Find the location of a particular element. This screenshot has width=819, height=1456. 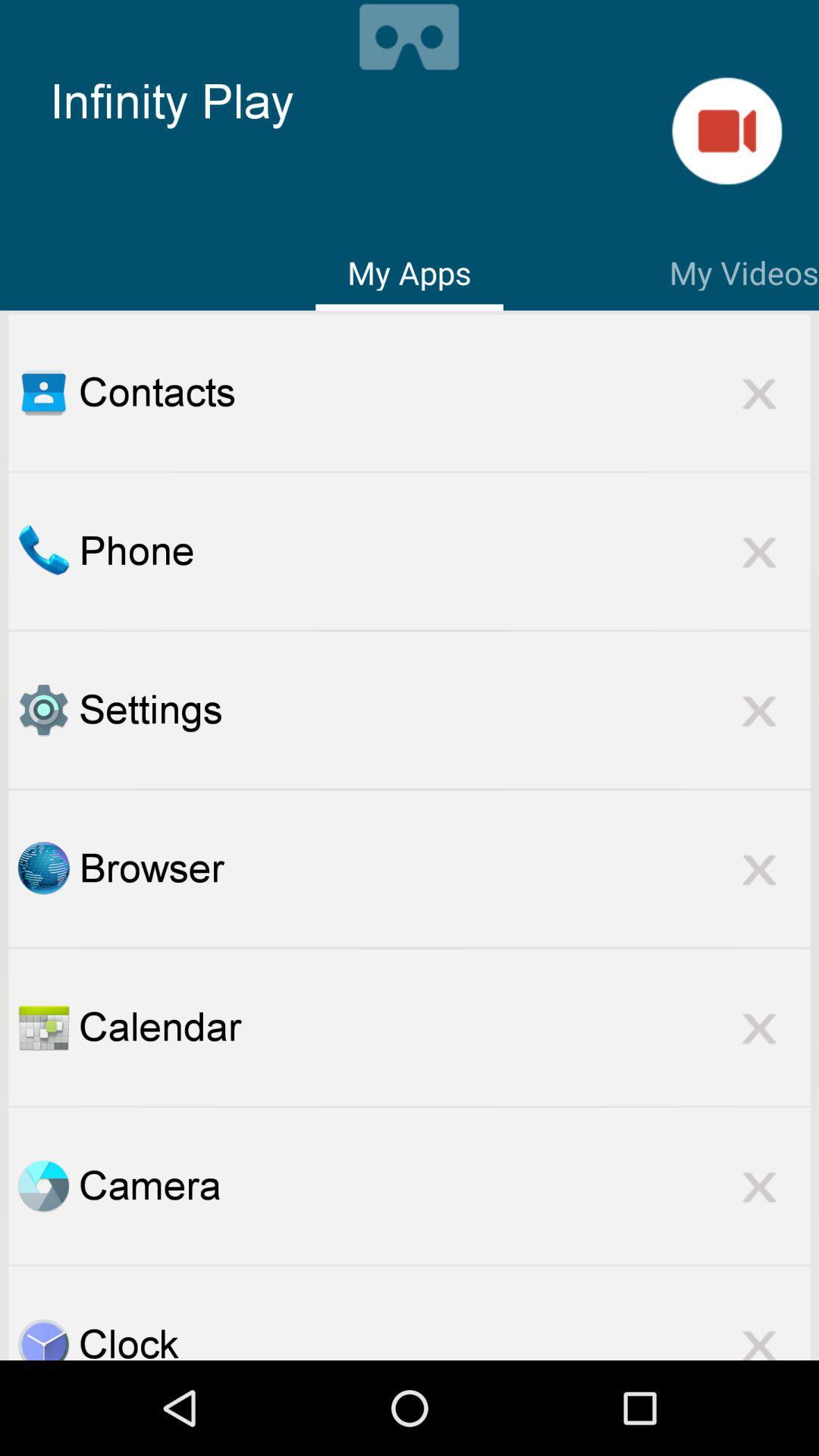

the calendar is located at coordinates (444, 1027).